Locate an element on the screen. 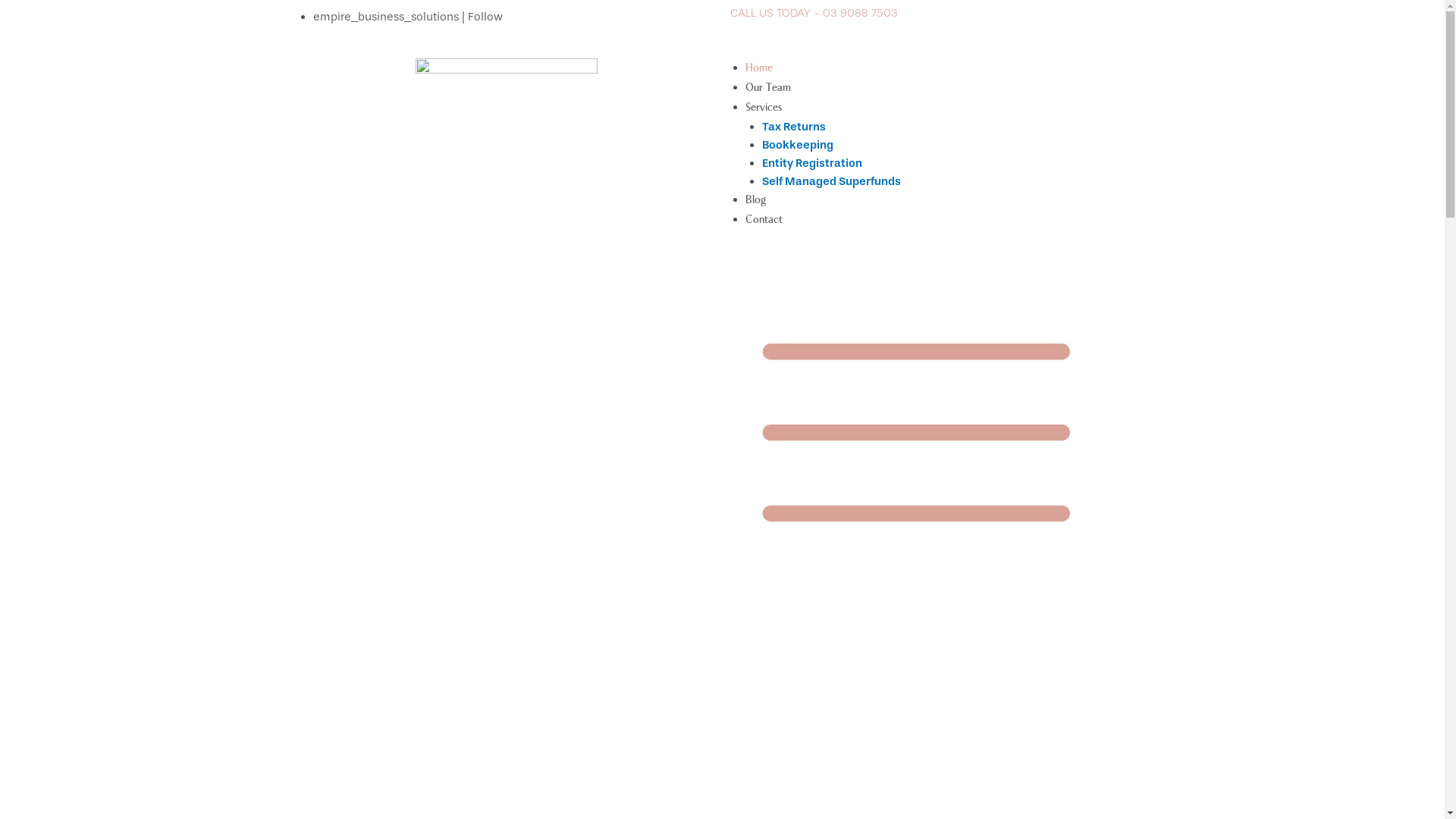  'Self Managed Superfunds' is located at coordinates (830, 180).